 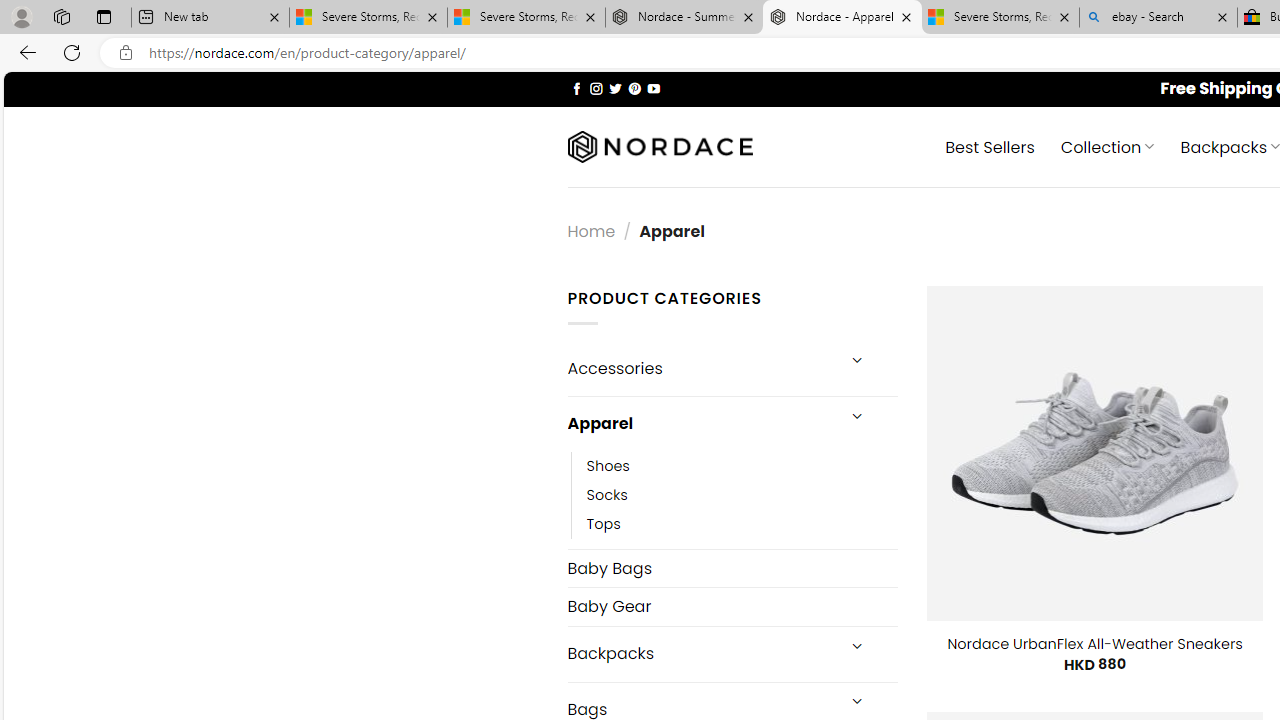 I want to click on 'Tops', so click(x=741, y=523).